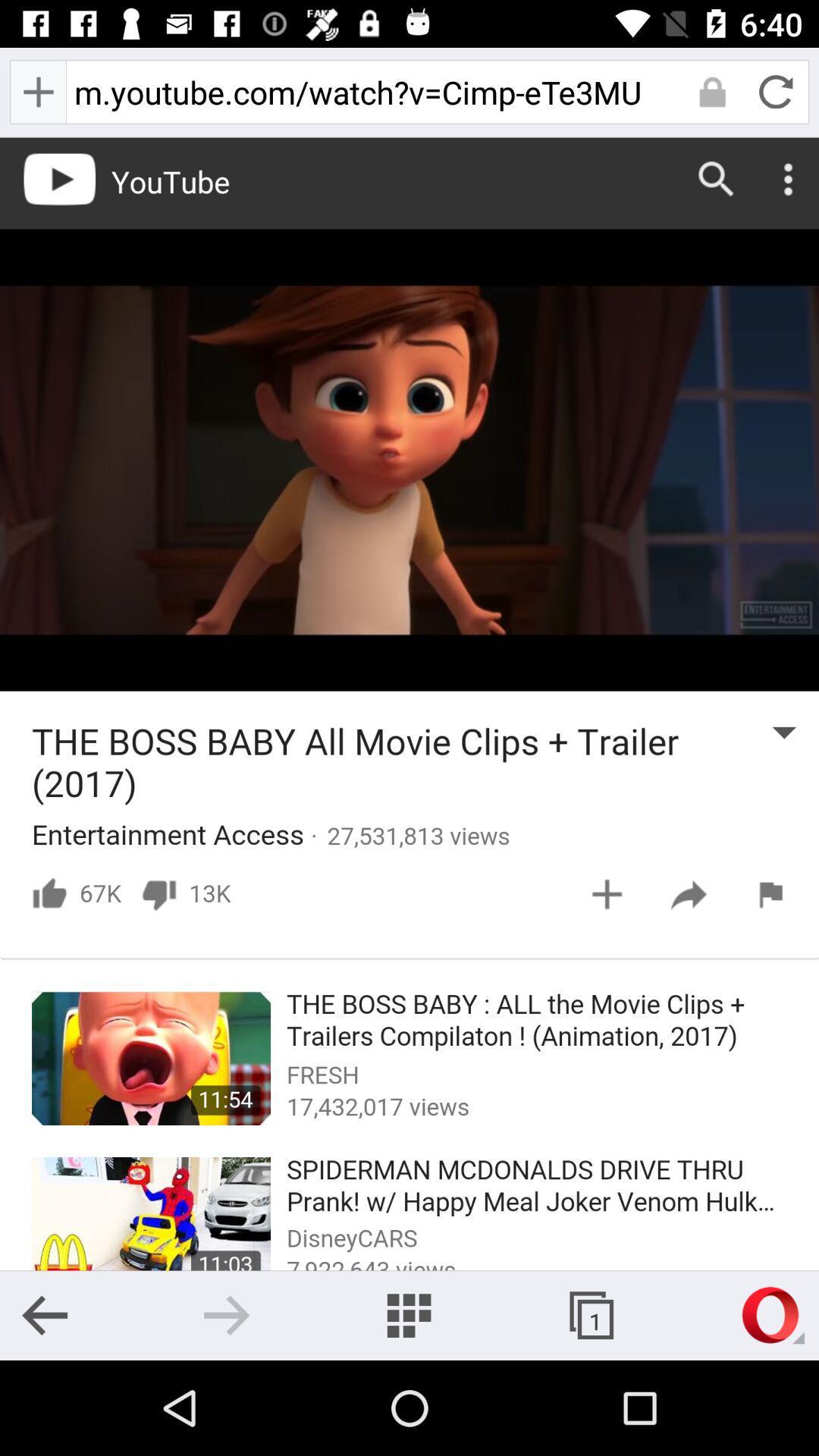 The image size is (819, 1456). Describe the element at coordinates (227, 1314) in the screenshot. I see `the arrow_forward icon` at that location.